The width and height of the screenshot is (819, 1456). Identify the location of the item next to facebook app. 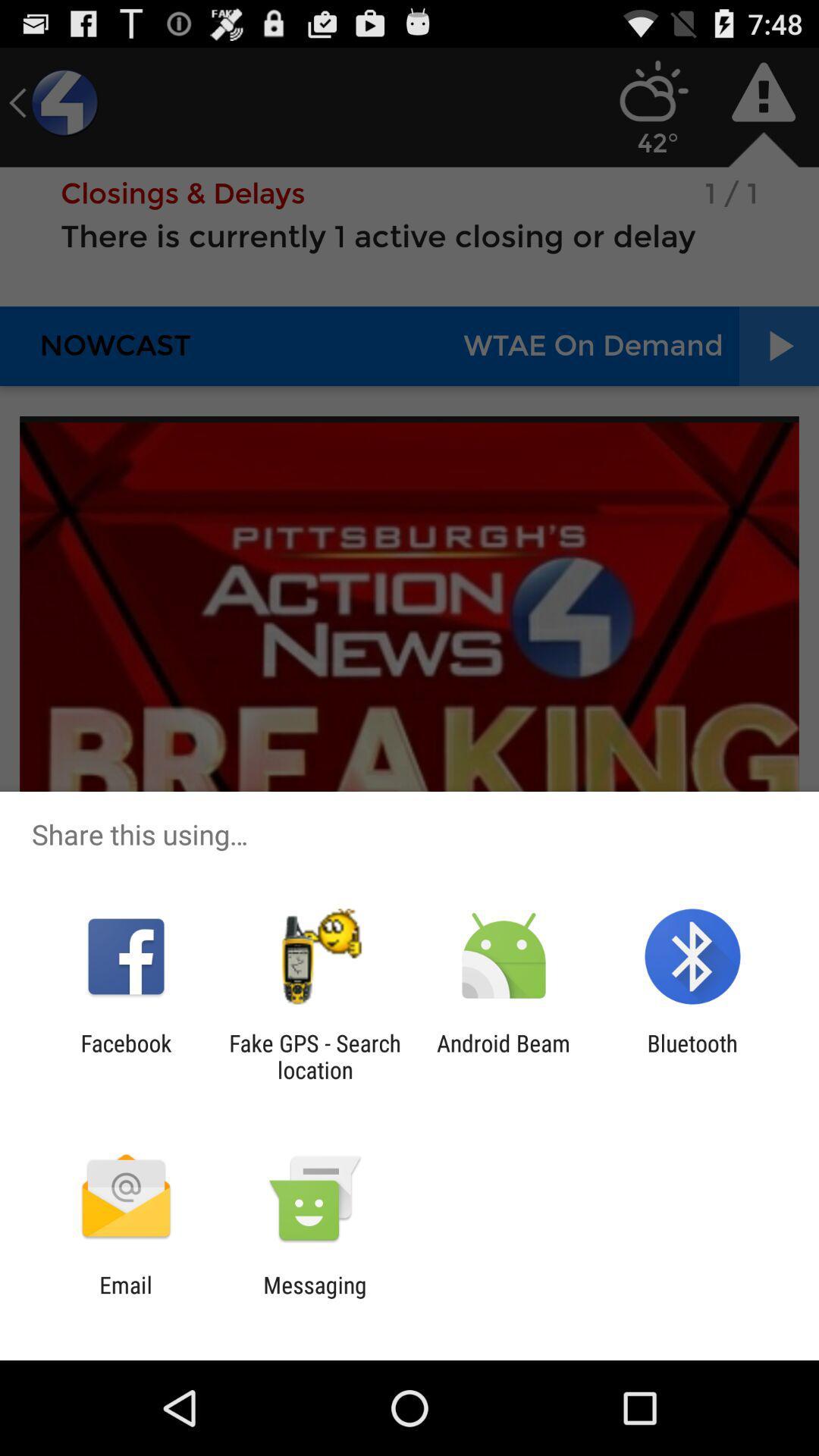
(314, 1056).